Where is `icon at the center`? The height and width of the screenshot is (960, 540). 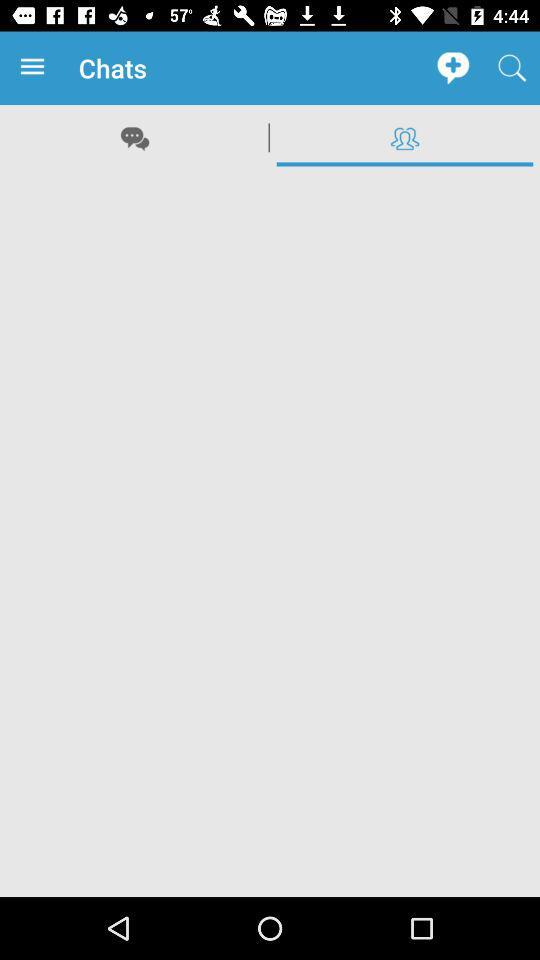 icon at the center is located at coordinates (270, 532).